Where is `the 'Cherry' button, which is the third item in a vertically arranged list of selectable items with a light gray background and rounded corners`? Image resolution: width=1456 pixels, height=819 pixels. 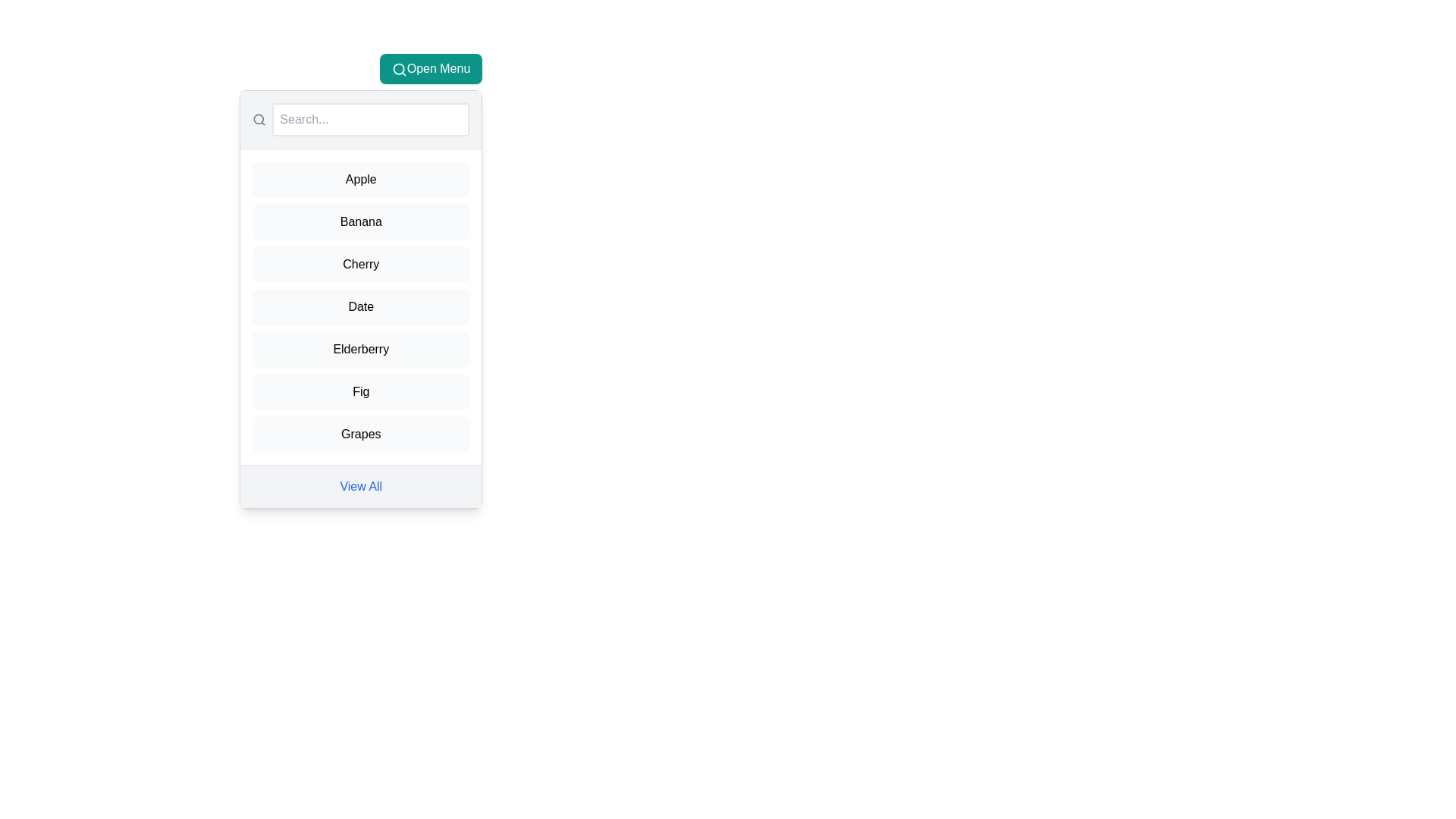 the 'Cherry' button, which is the third item in a vertically arranged list of selectable items with a light gray background and rounded corners is located at coordinates (360, 263).